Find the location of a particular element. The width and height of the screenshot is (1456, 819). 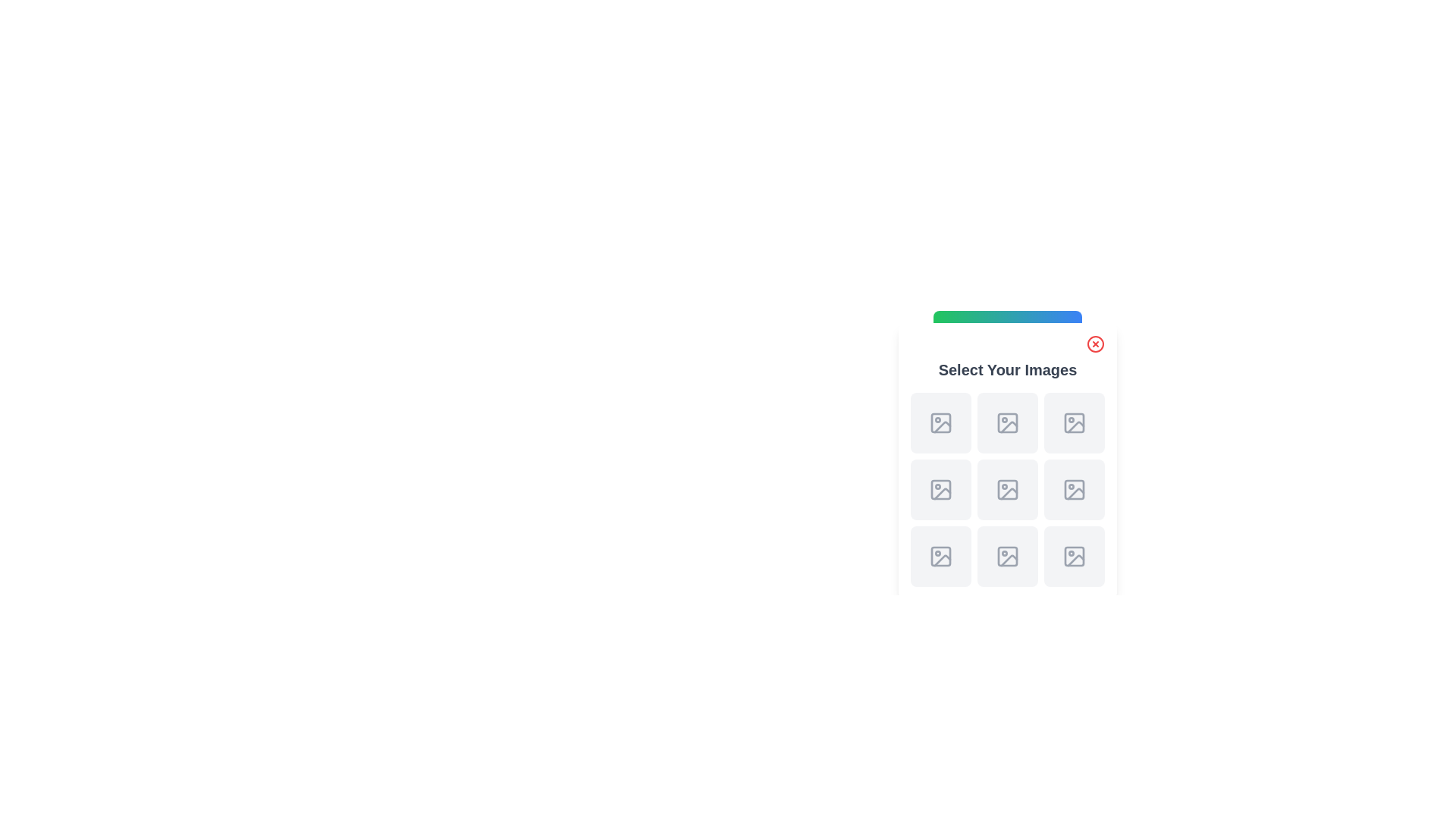

the icon component represented by an SVG rectangle located at the bottom-right corner of the third row in a 3x3 grid layout is located at coordinates (1008, 556).